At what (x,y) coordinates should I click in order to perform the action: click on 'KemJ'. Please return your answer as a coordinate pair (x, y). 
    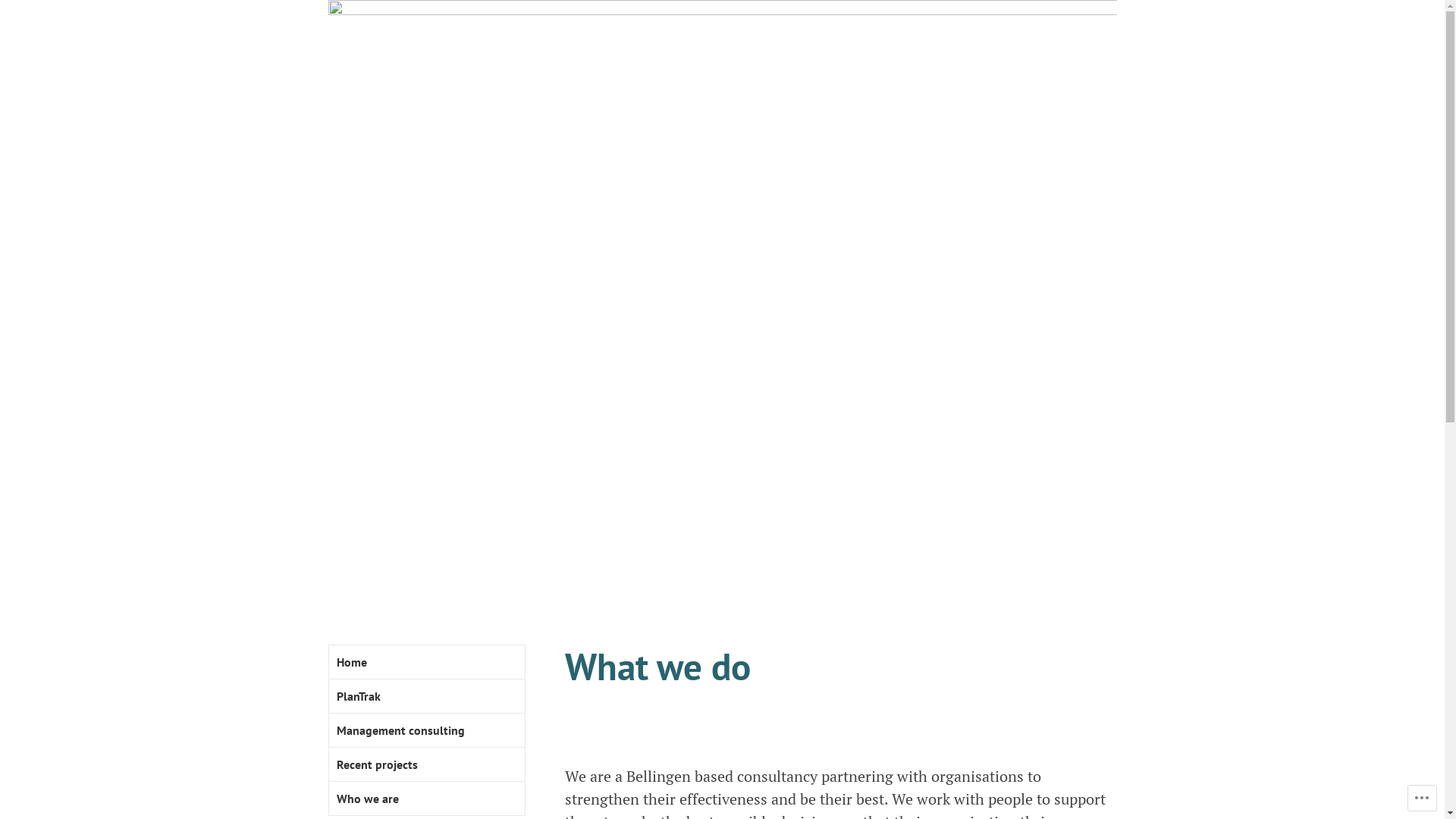
    Looking at the image, I should click on (563, 570).